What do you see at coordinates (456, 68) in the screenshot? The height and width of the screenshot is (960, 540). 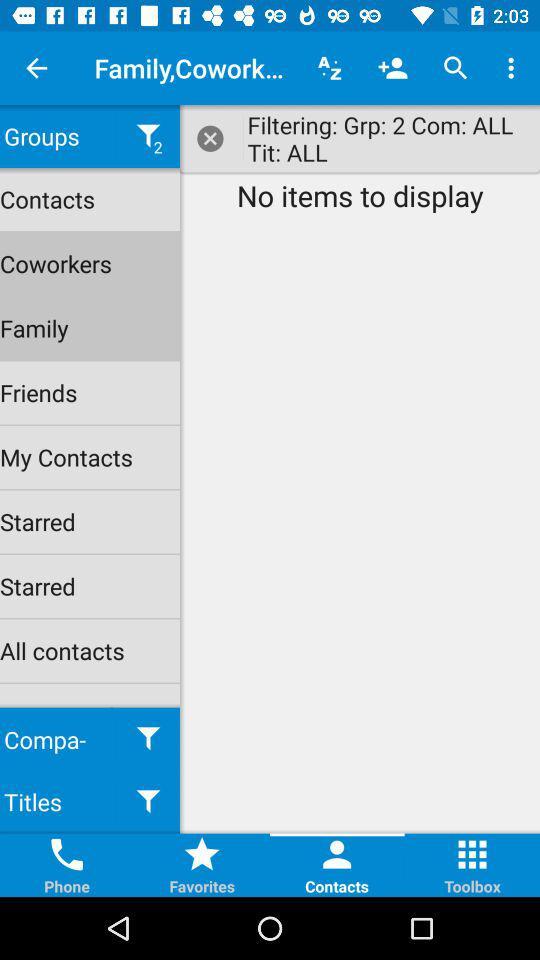 I see `search icon at the top right corner of the web page` at bounding box center [456, 68].